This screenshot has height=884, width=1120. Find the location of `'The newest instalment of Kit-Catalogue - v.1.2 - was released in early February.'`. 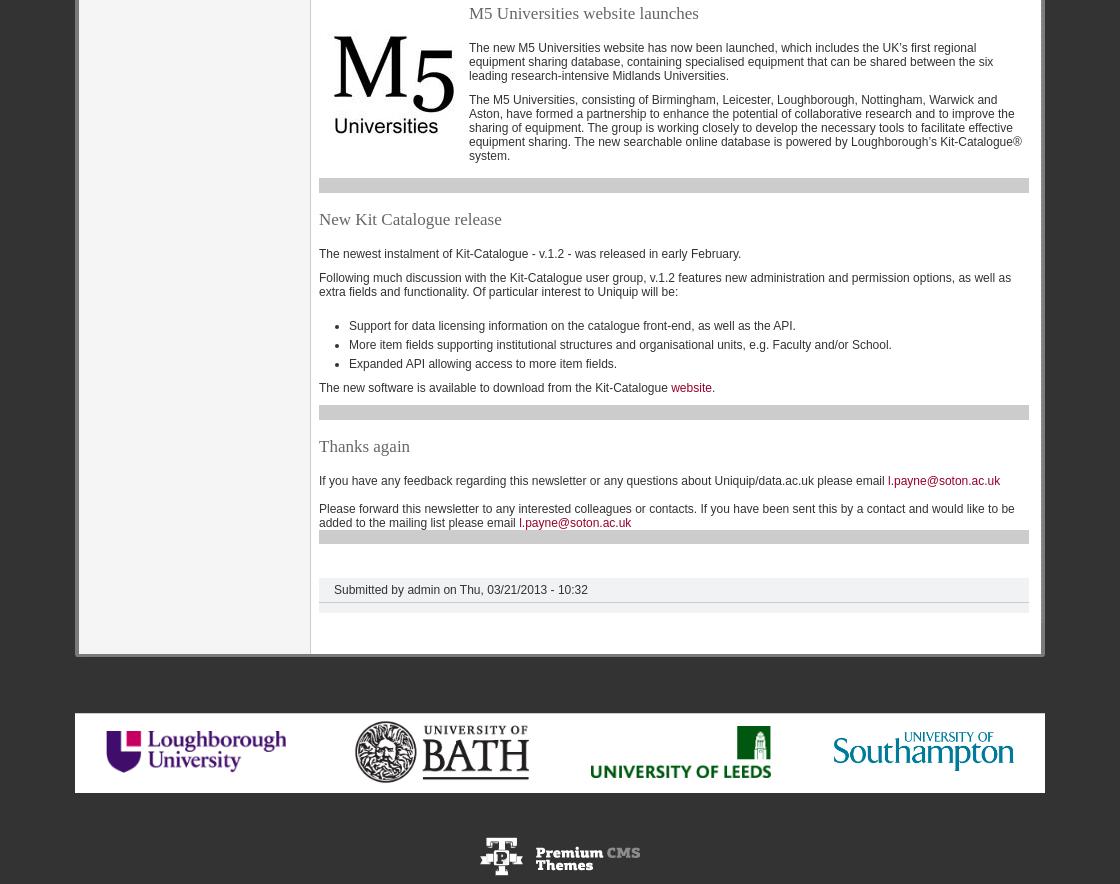

'The newest instalment of Kit-Catalogue - v.1.2 - was released in early February.' is located at coordinates (529, 253).